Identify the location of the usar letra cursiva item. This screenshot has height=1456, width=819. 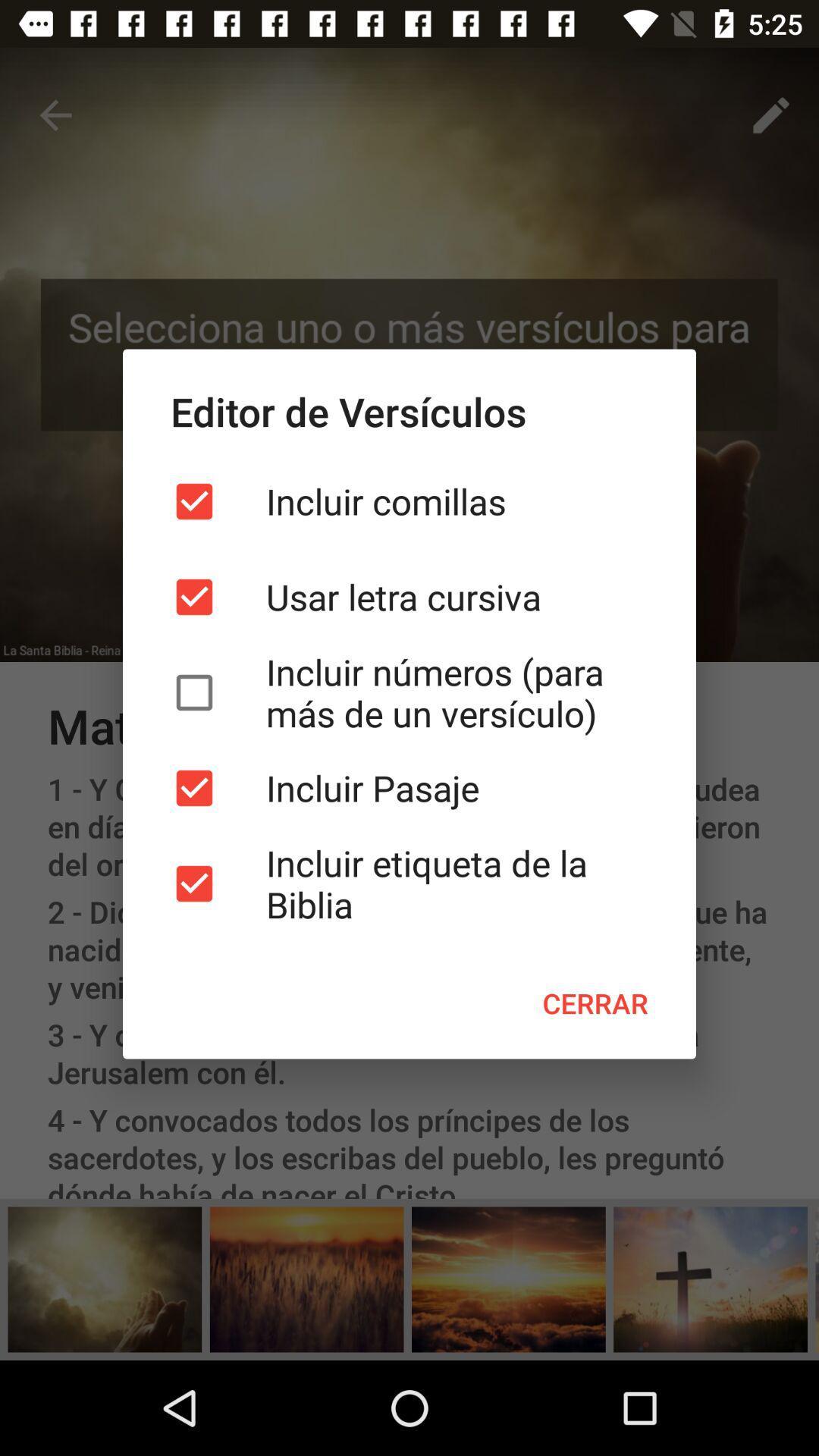
(409, 596).